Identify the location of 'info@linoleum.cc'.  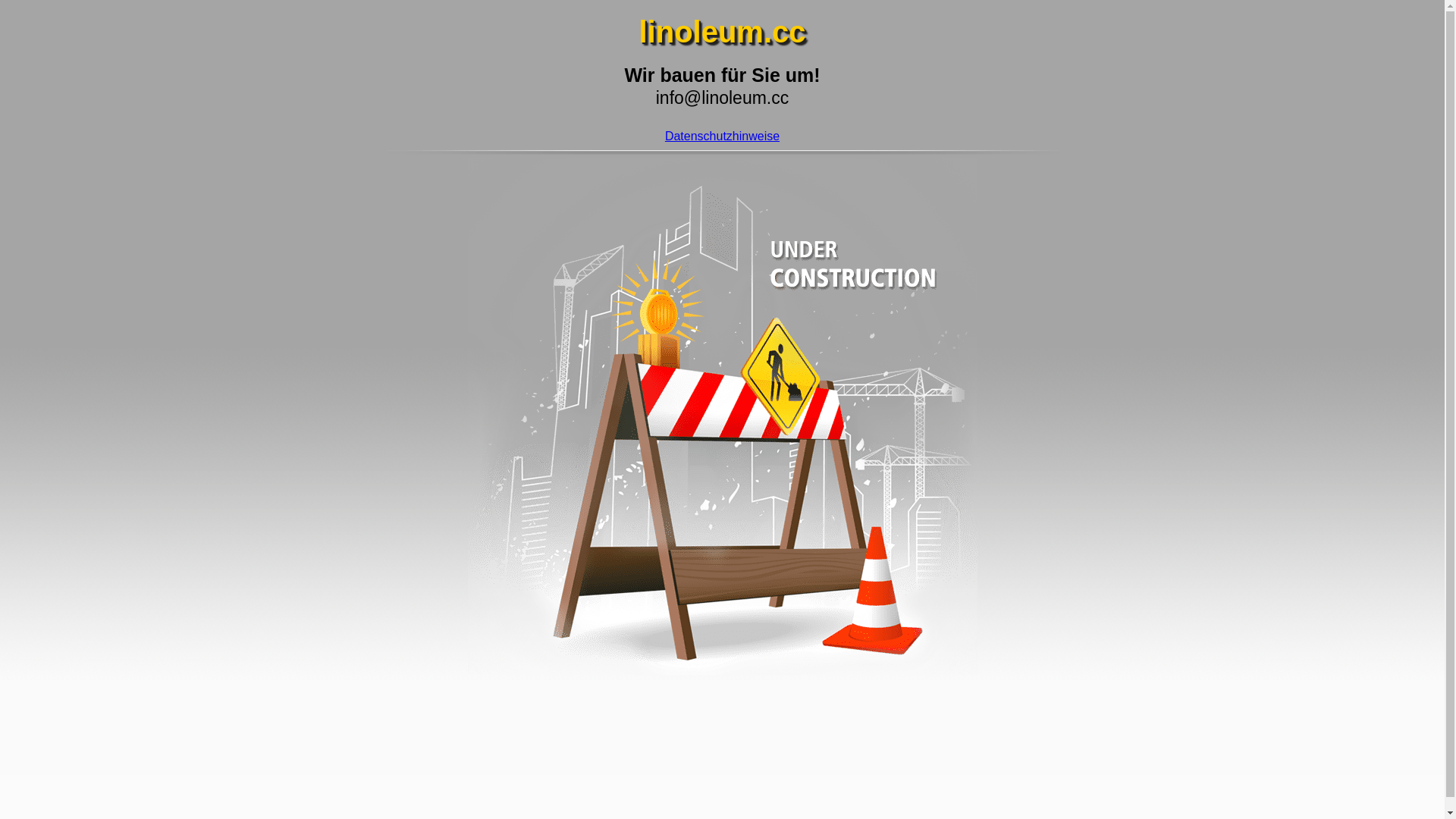
(721, 97).